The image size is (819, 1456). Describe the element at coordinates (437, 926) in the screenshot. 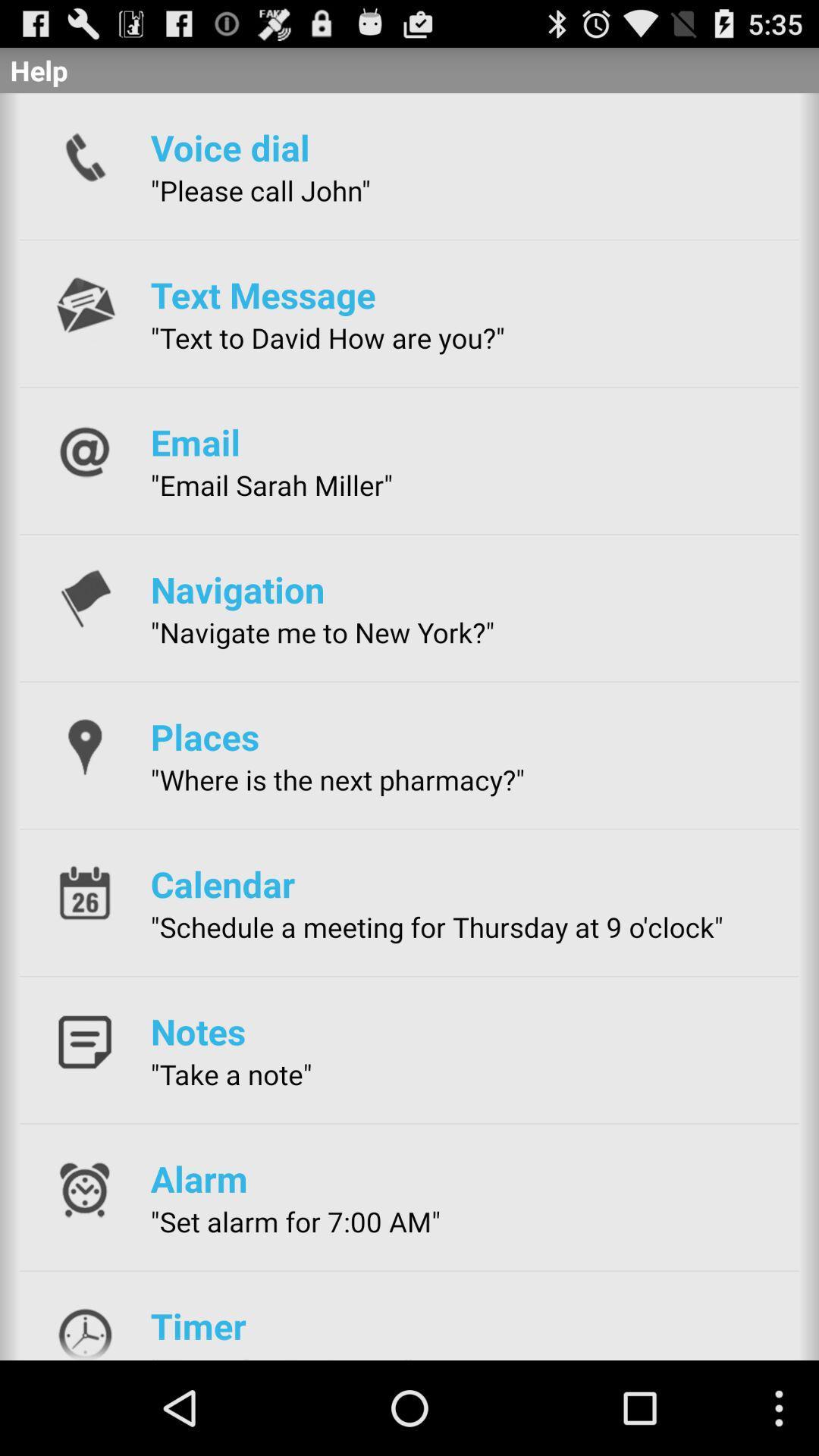

I see `the item above the notes` at that location.